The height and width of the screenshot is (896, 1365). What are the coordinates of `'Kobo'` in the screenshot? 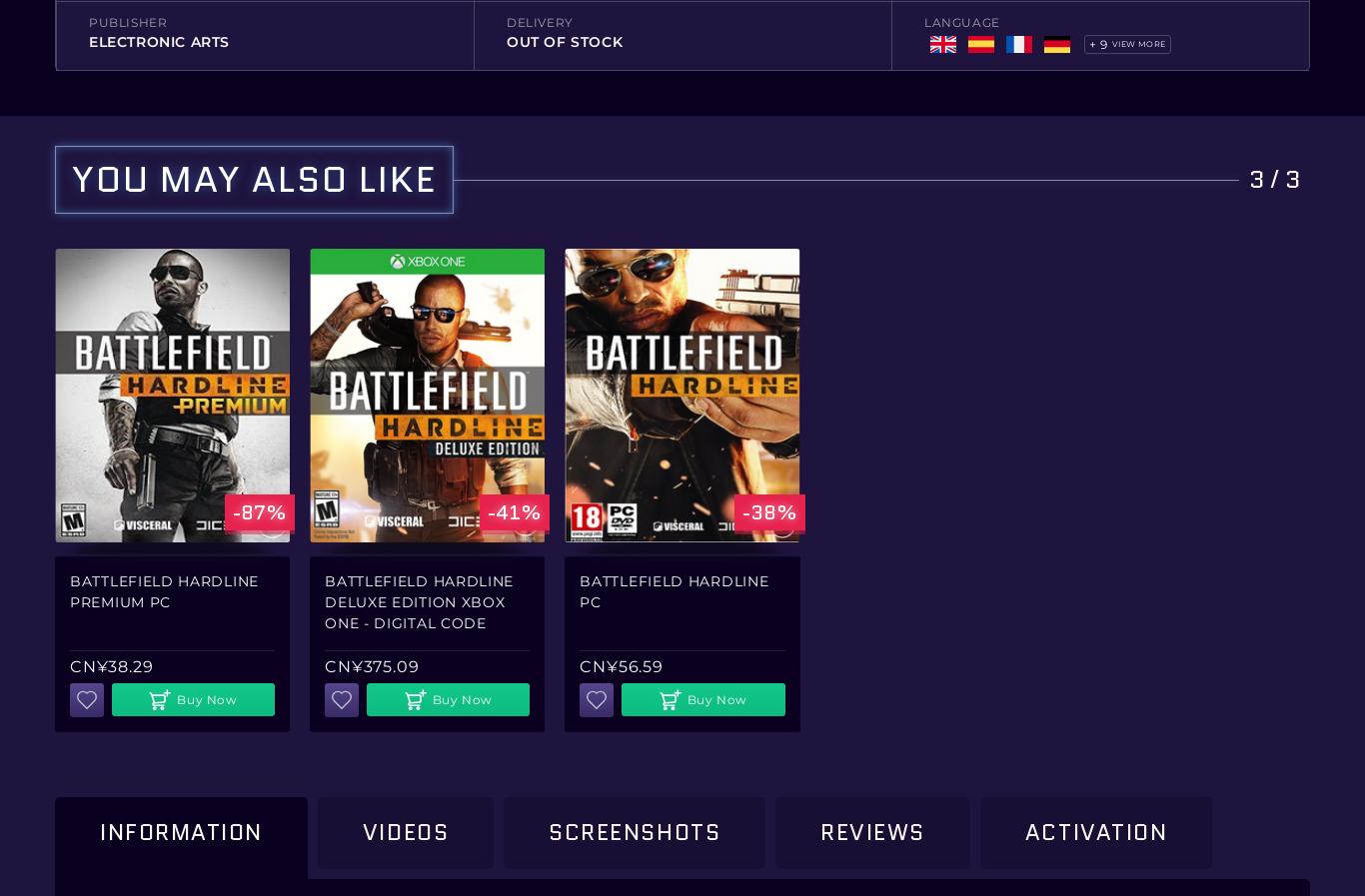 It's located at (524, 198).